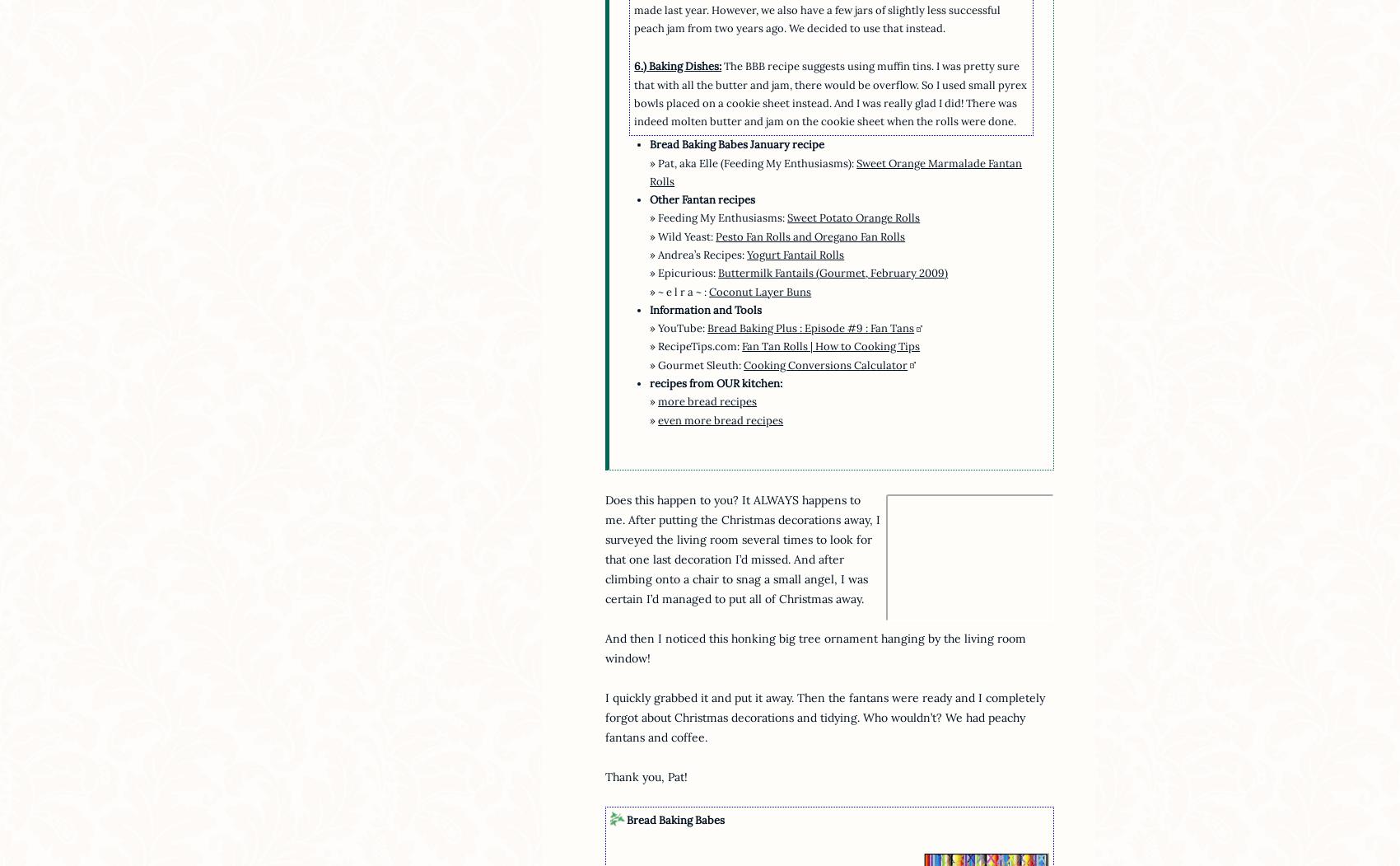 The height and width of the screenshot is (866, 1400). Describe the element at coordinates (648, 327) in the screenshot. I see `'» YouTube:'` at that location.